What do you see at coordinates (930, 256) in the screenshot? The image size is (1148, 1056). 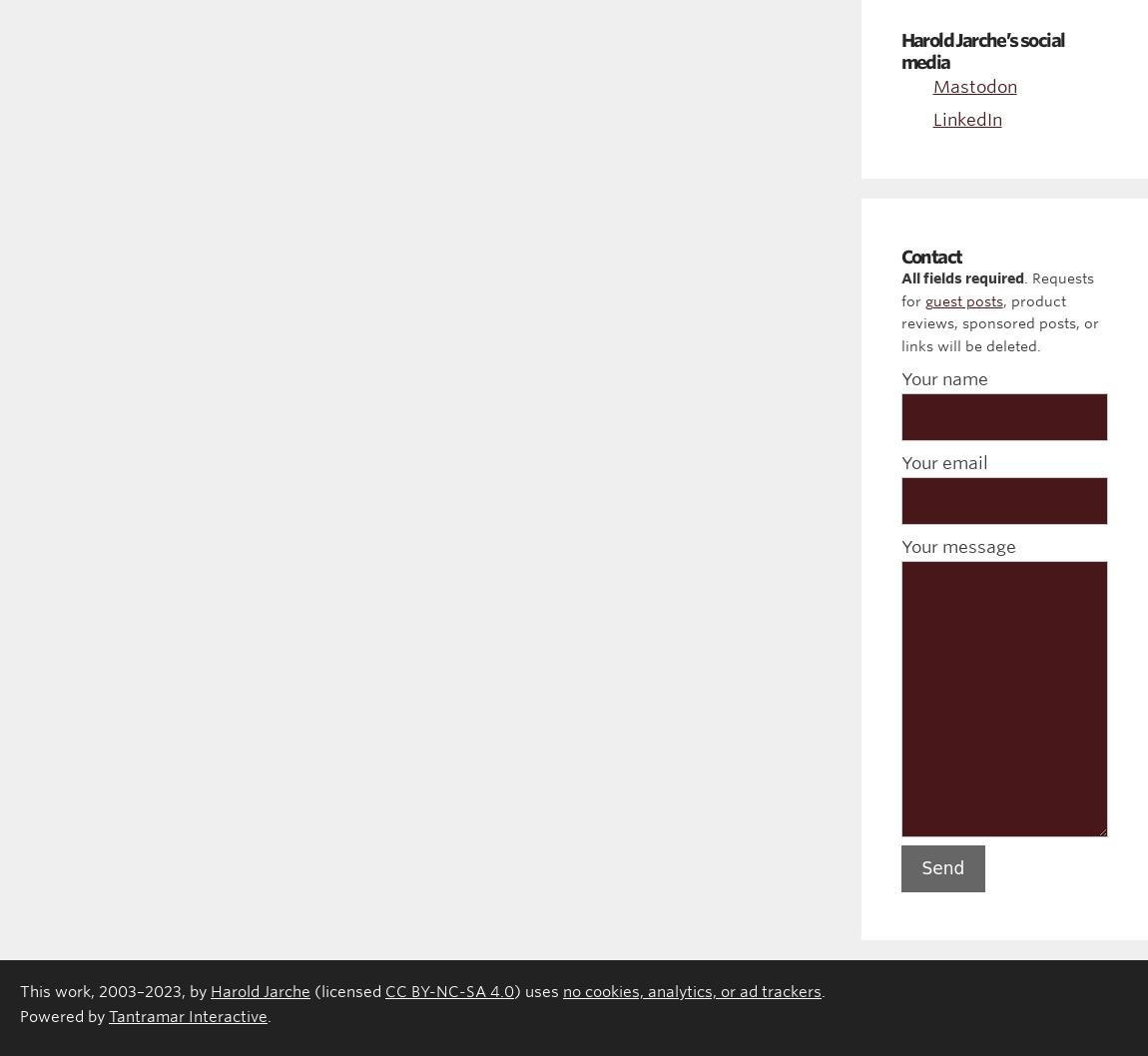 I see `'Contact'` at bounding box center [930, 256].